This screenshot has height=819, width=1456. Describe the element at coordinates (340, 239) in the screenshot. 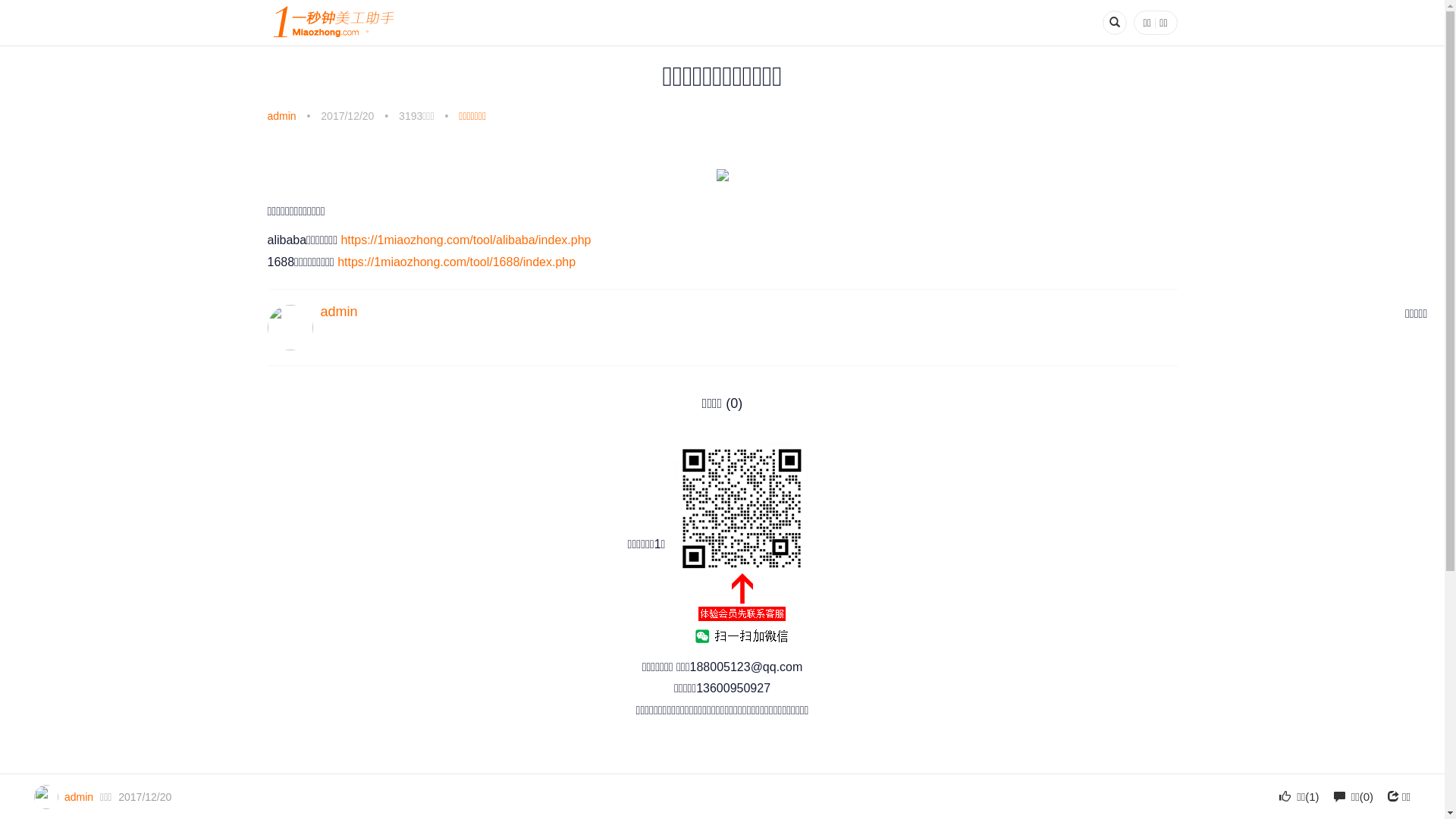

I see `'https://1miaozhong.com/tool/alibaba/index.php'` at that location.